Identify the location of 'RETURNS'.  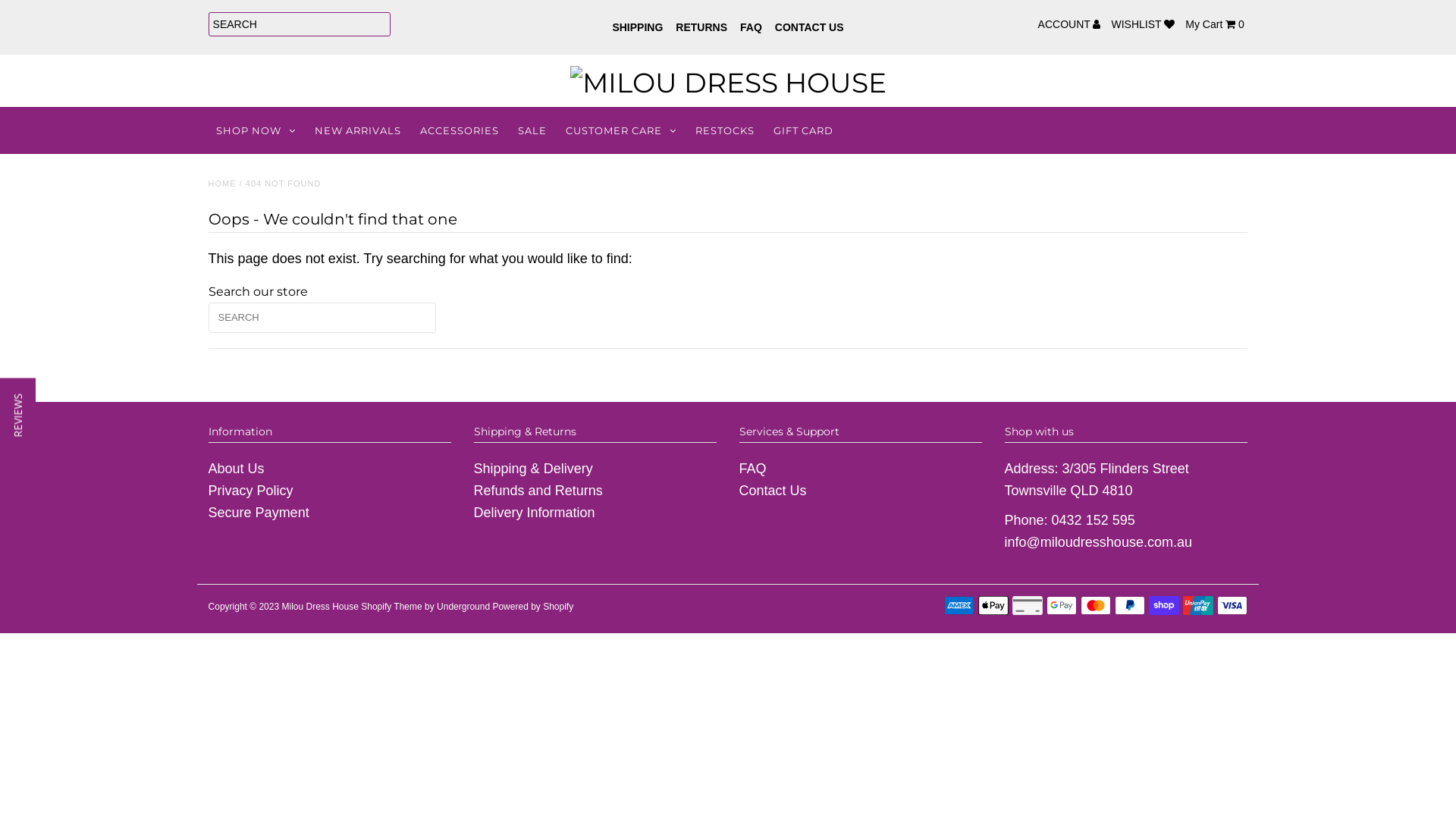
(701, 27).